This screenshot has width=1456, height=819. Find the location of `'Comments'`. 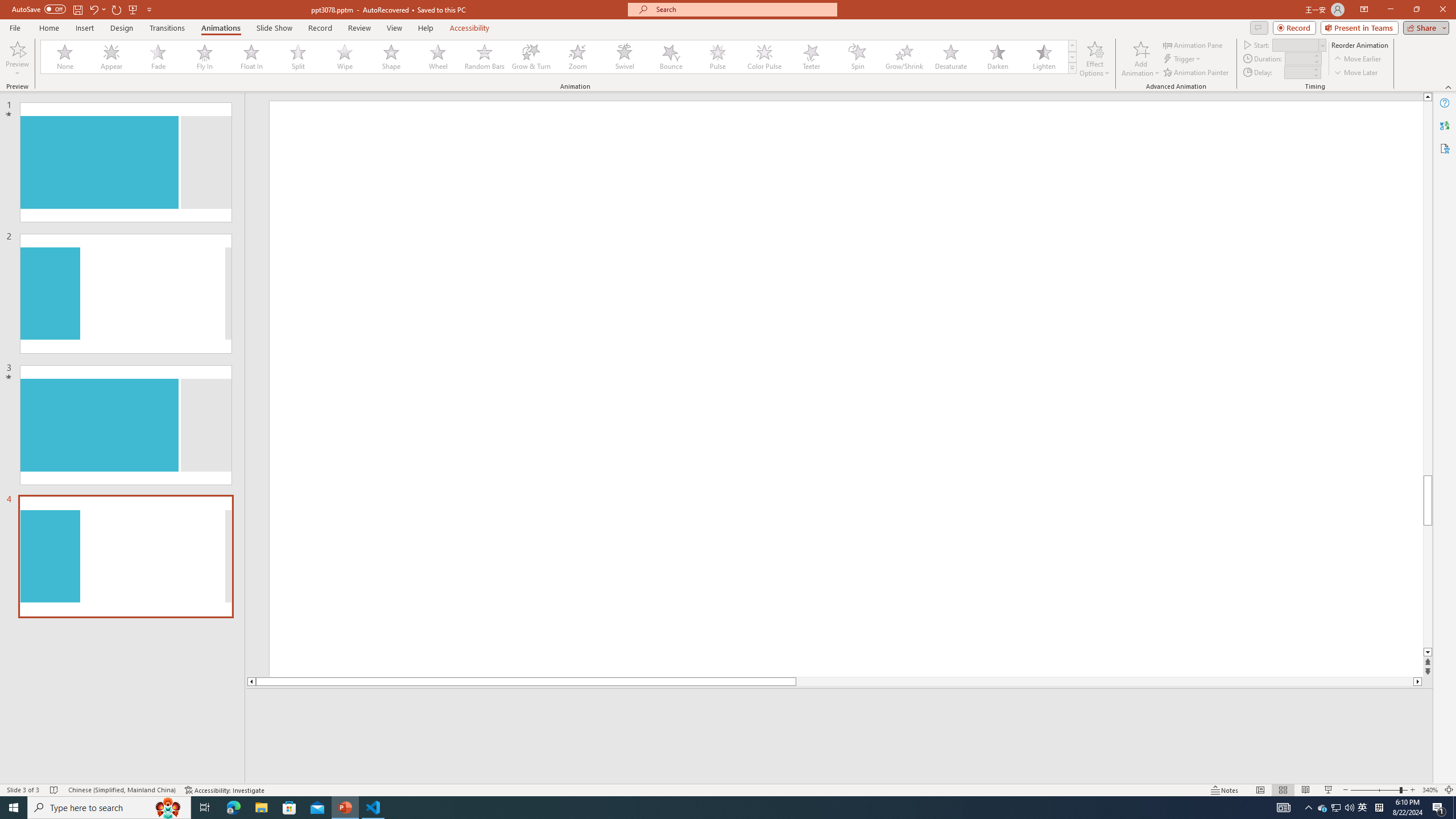

'Comments' is located at coordinates (1259, 27).